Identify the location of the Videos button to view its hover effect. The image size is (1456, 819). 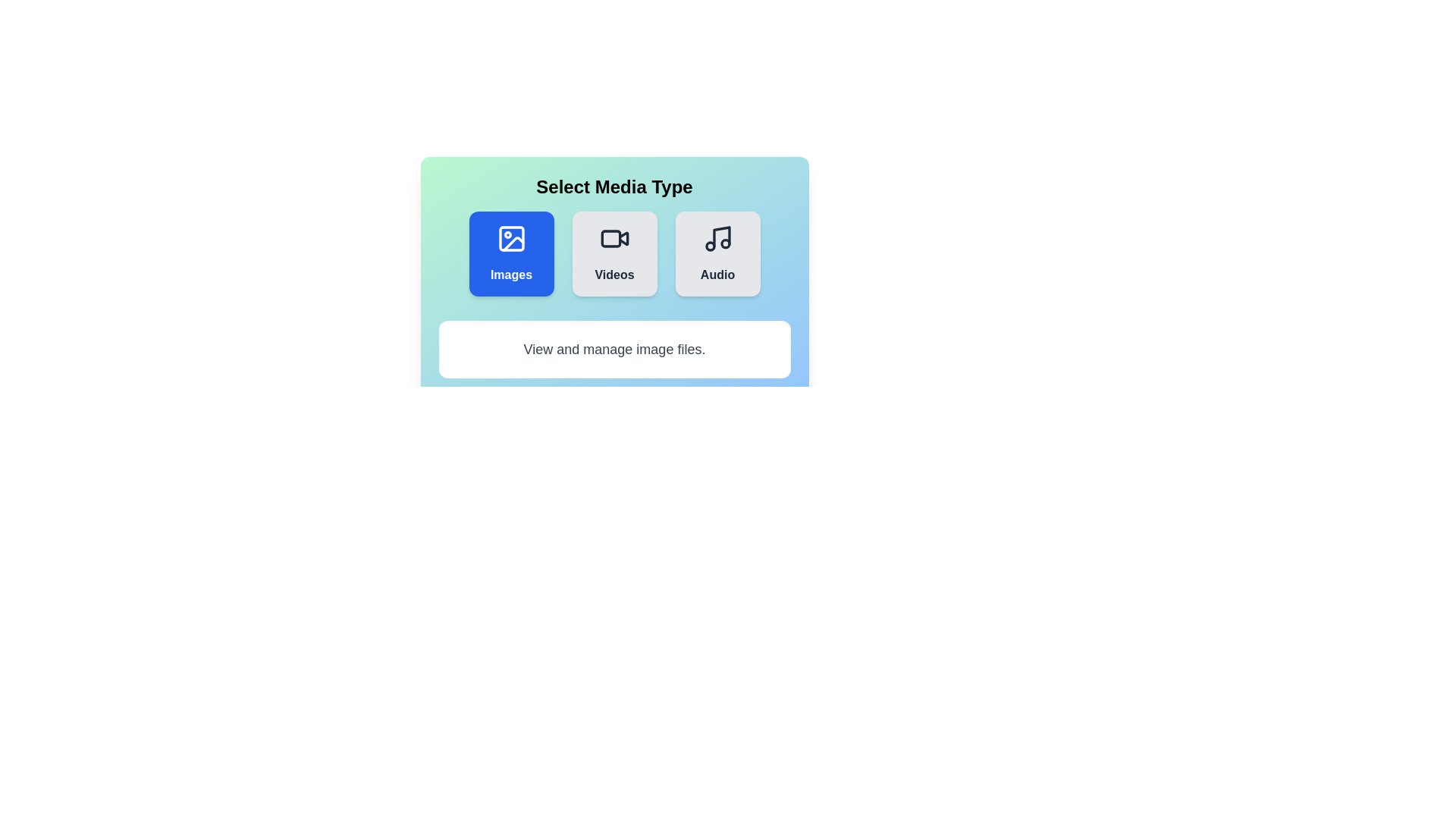
(614, 253).